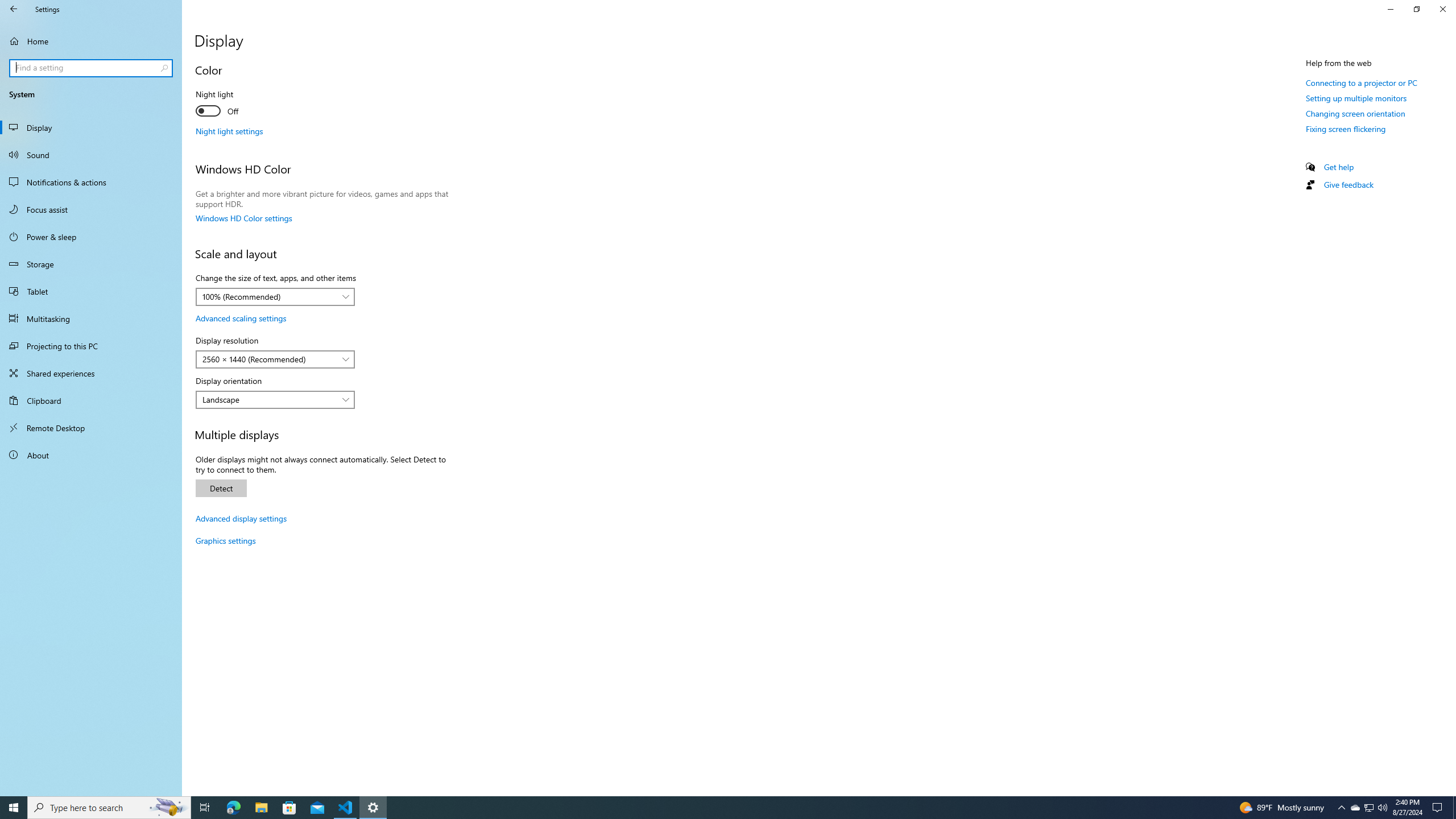 Image resolution: width=1456 pixels, height=819 pixels. Describe the element at coordinates (1356, 98) in the screenshot. I see `'Setting up multiple monitors'` at that location.